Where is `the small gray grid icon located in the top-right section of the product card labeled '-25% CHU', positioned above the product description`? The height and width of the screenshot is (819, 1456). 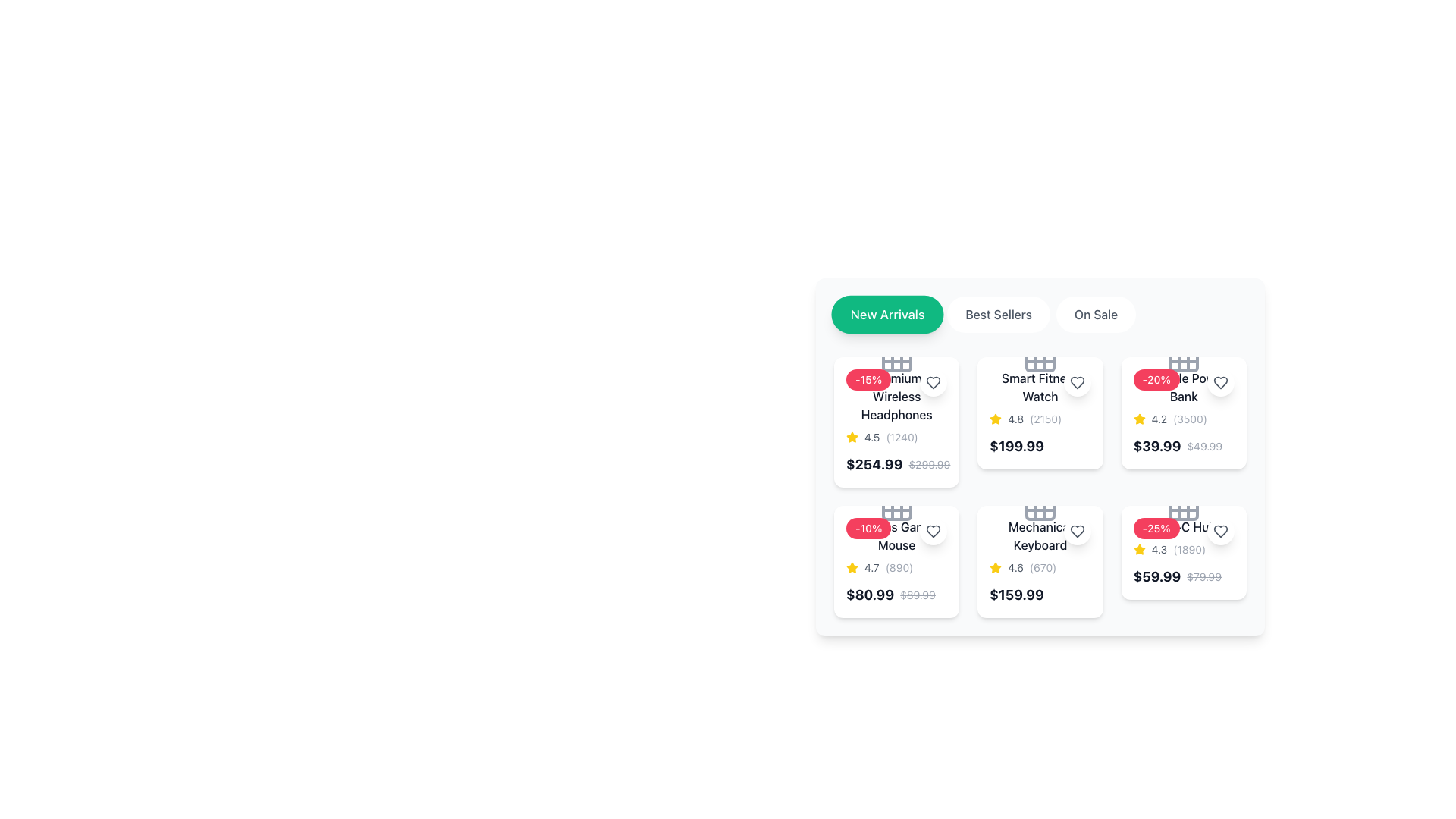
the small gray grid icon located in the top-right section of the product card labeled '-25% CHU', positioned above the product description is located at coordinates (1183, 506).